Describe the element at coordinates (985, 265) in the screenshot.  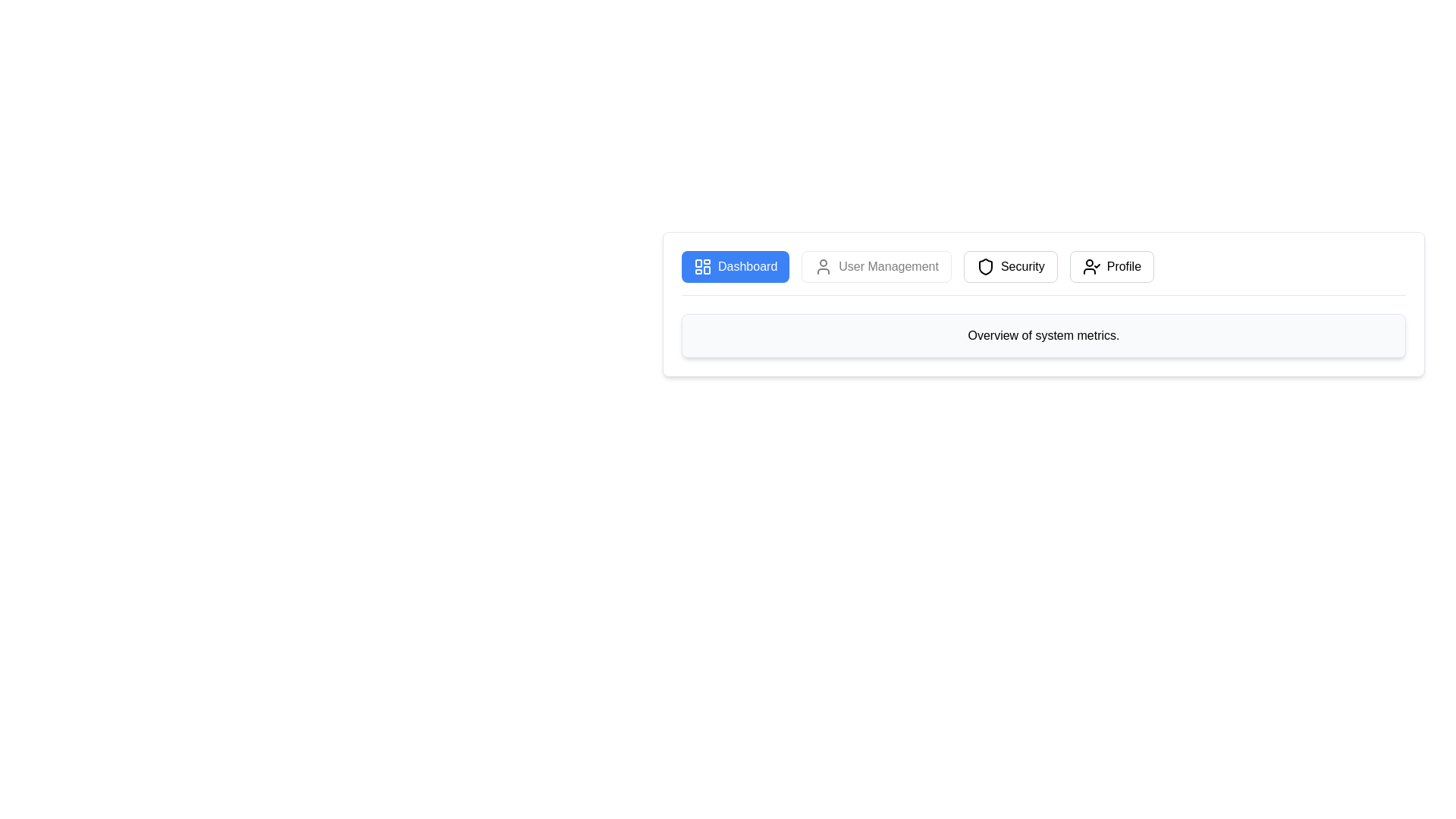
I see `the graphical representation of the shield icon located in the 'Security' tab of the navigation bar, which is situated between the 'User Management' and 'Profile' tabs` at that location.